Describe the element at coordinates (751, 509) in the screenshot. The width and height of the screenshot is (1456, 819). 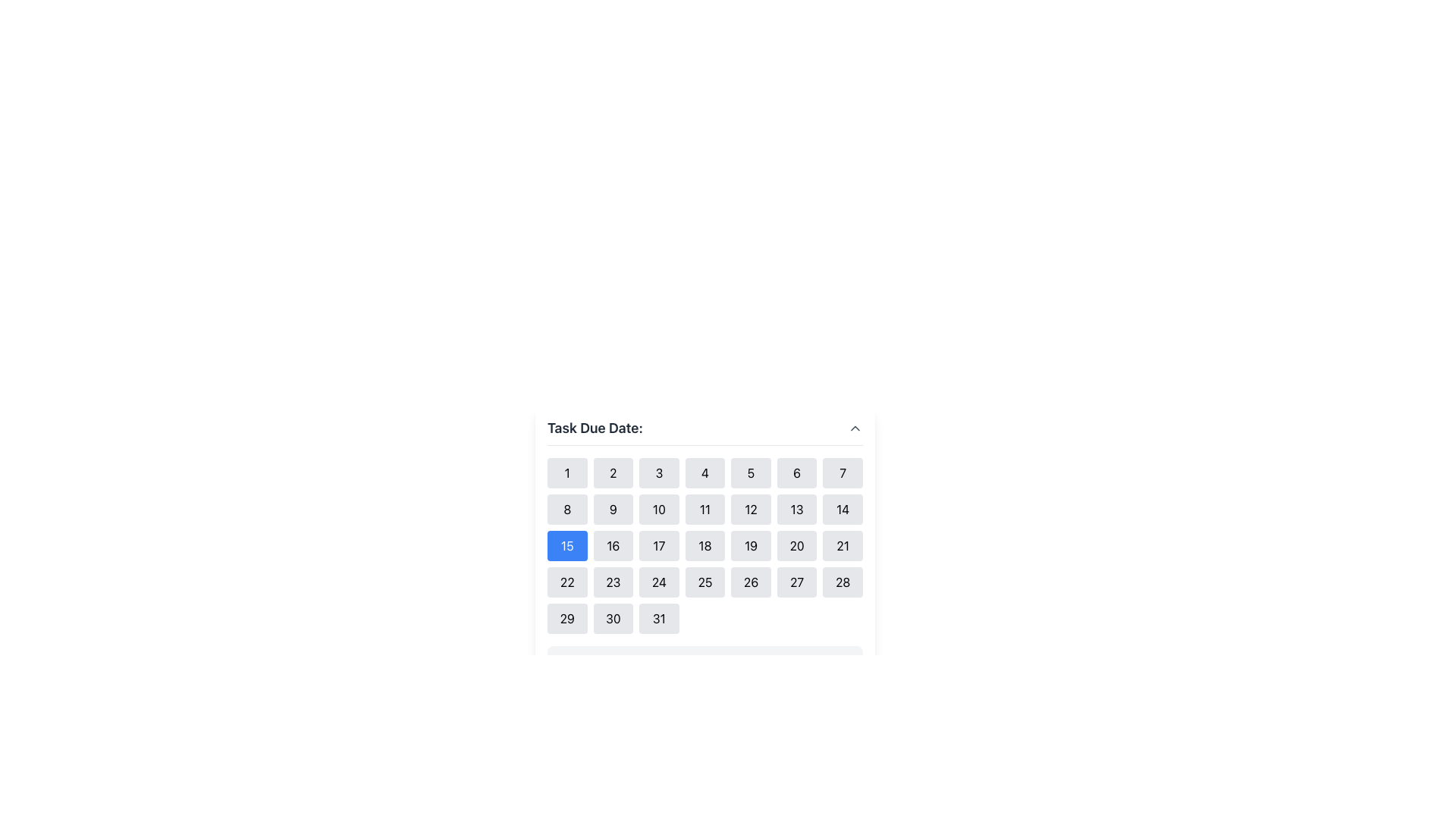
I see `the small rectangular button with a light gray background and the number '12' centered in black text` at that location.